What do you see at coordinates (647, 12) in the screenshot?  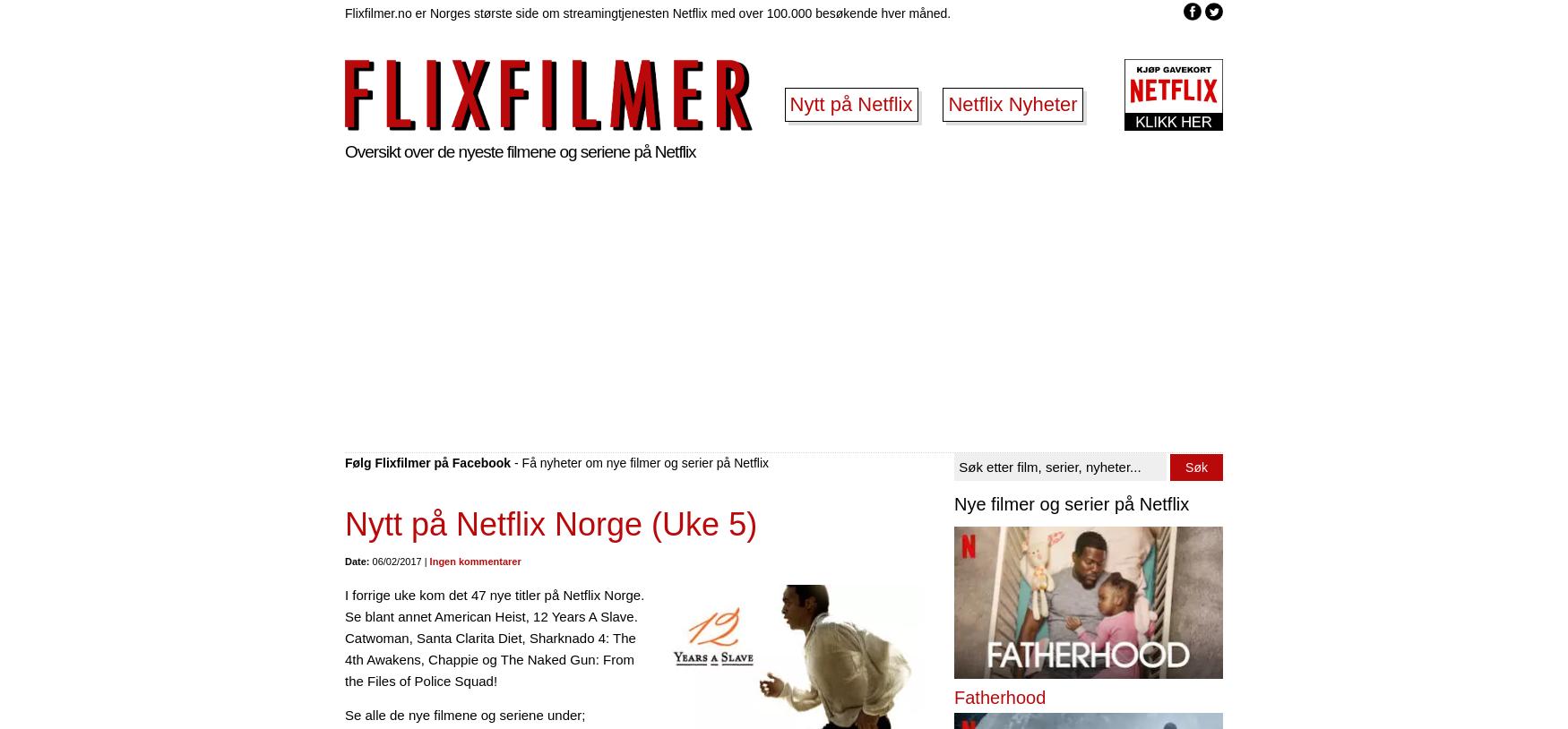 I see `'Flixfilmer.no er Norges største side om streamingtjenesten Netflix med over 100.000 besøkende hver måned.'` at bounding box center [647, 12].